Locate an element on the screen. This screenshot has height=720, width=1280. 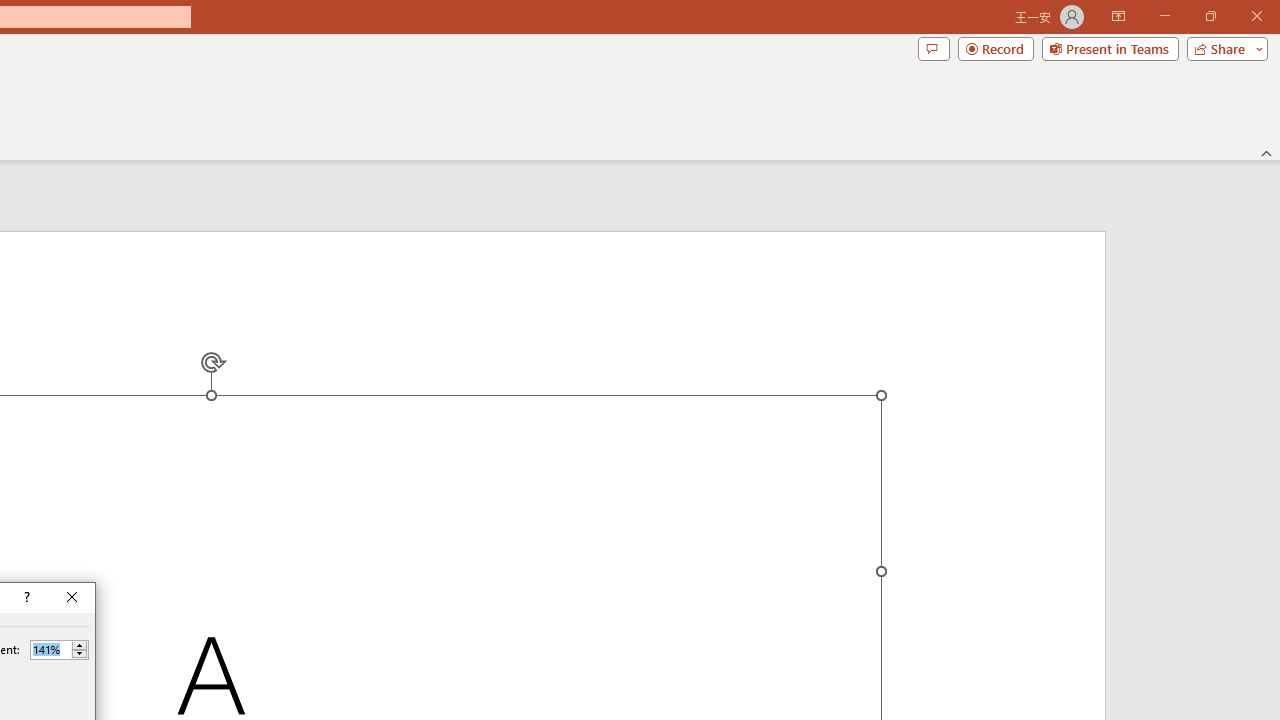
'Context help' is located at coordinates (25, 596).